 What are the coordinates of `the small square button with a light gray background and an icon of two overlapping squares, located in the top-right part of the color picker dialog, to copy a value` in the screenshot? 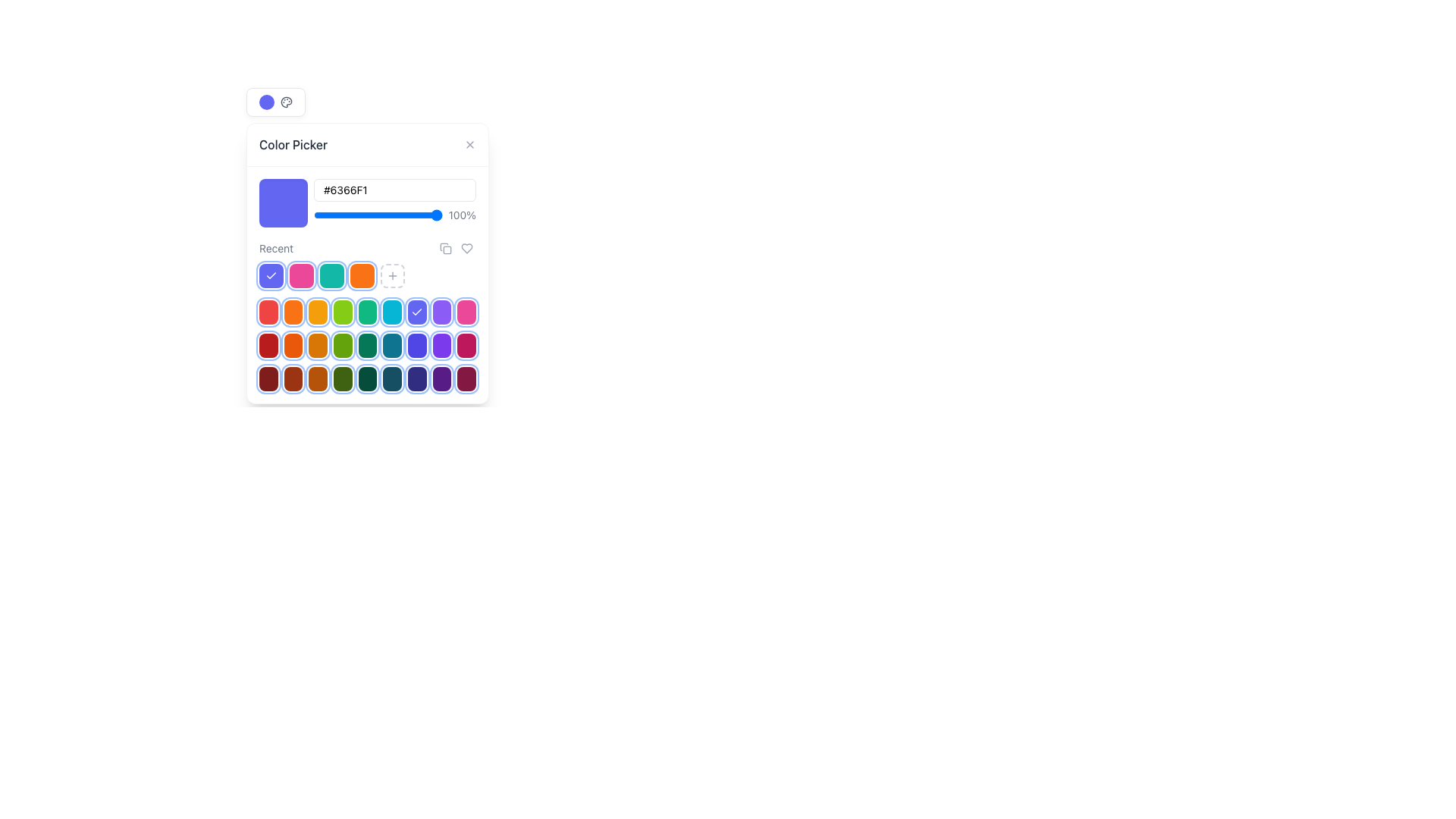 It's located at (445, 247).